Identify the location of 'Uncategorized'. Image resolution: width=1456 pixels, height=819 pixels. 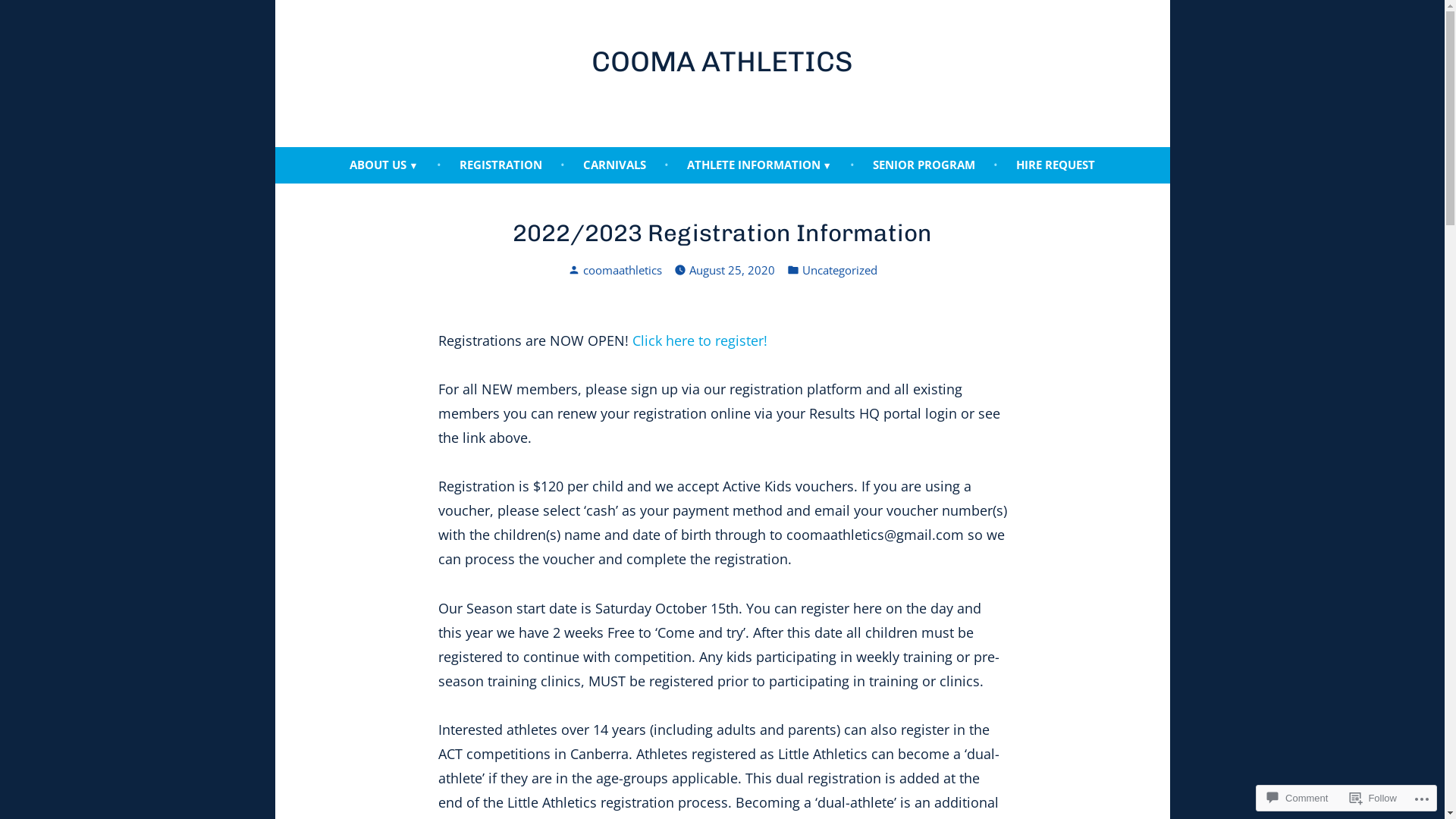
(839, 269).